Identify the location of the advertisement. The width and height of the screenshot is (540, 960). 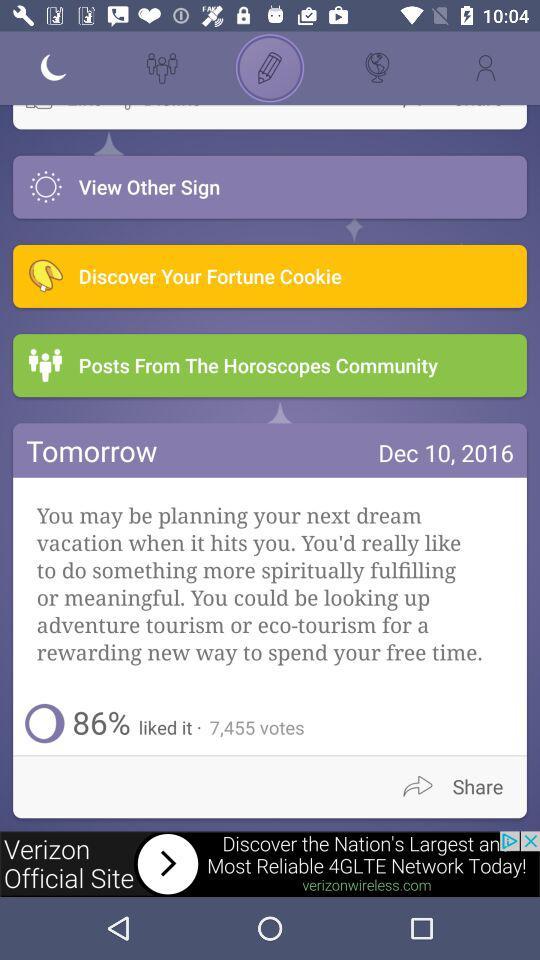
(270, 863).